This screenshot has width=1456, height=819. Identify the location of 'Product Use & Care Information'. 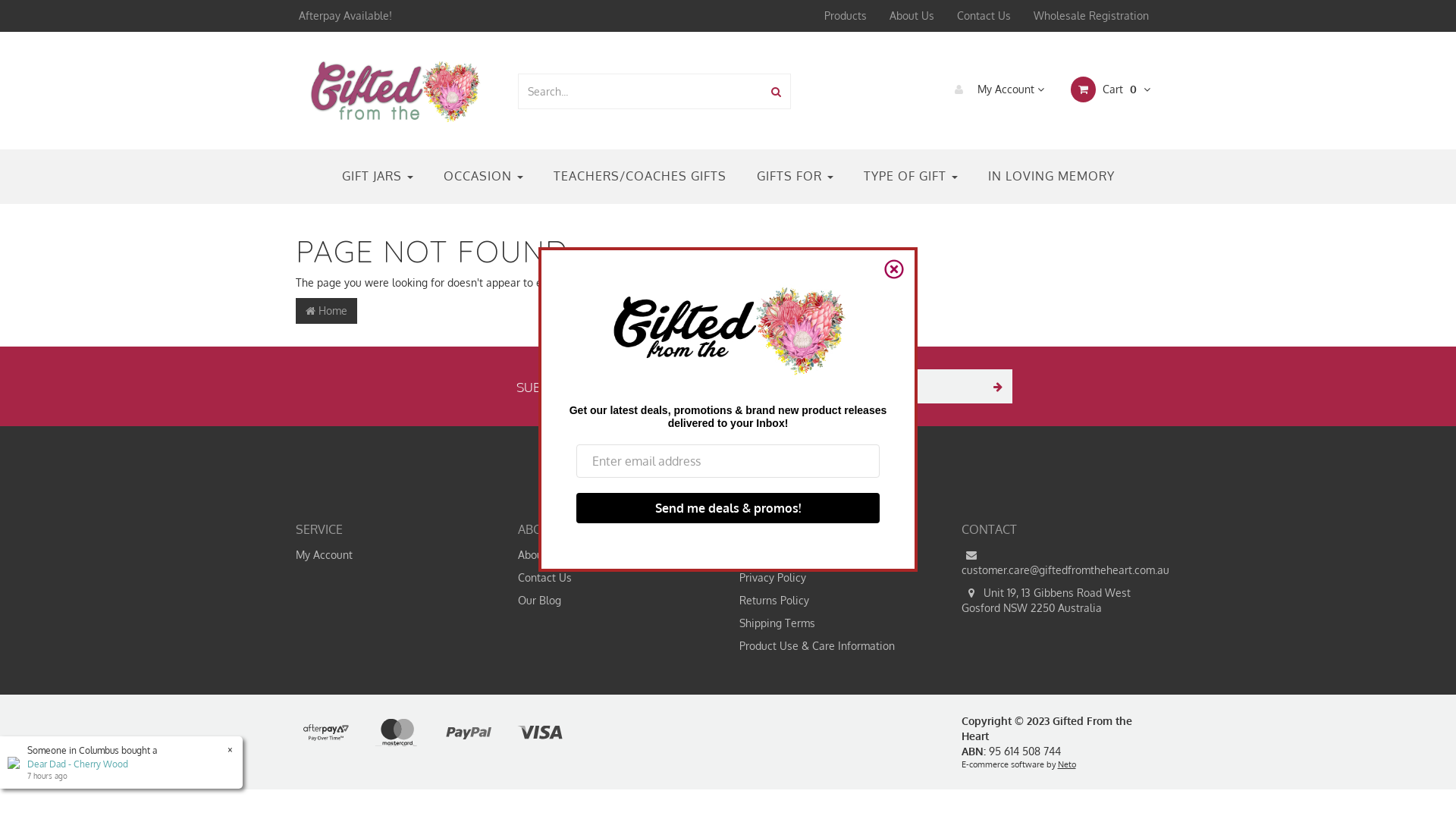
(833, 646).